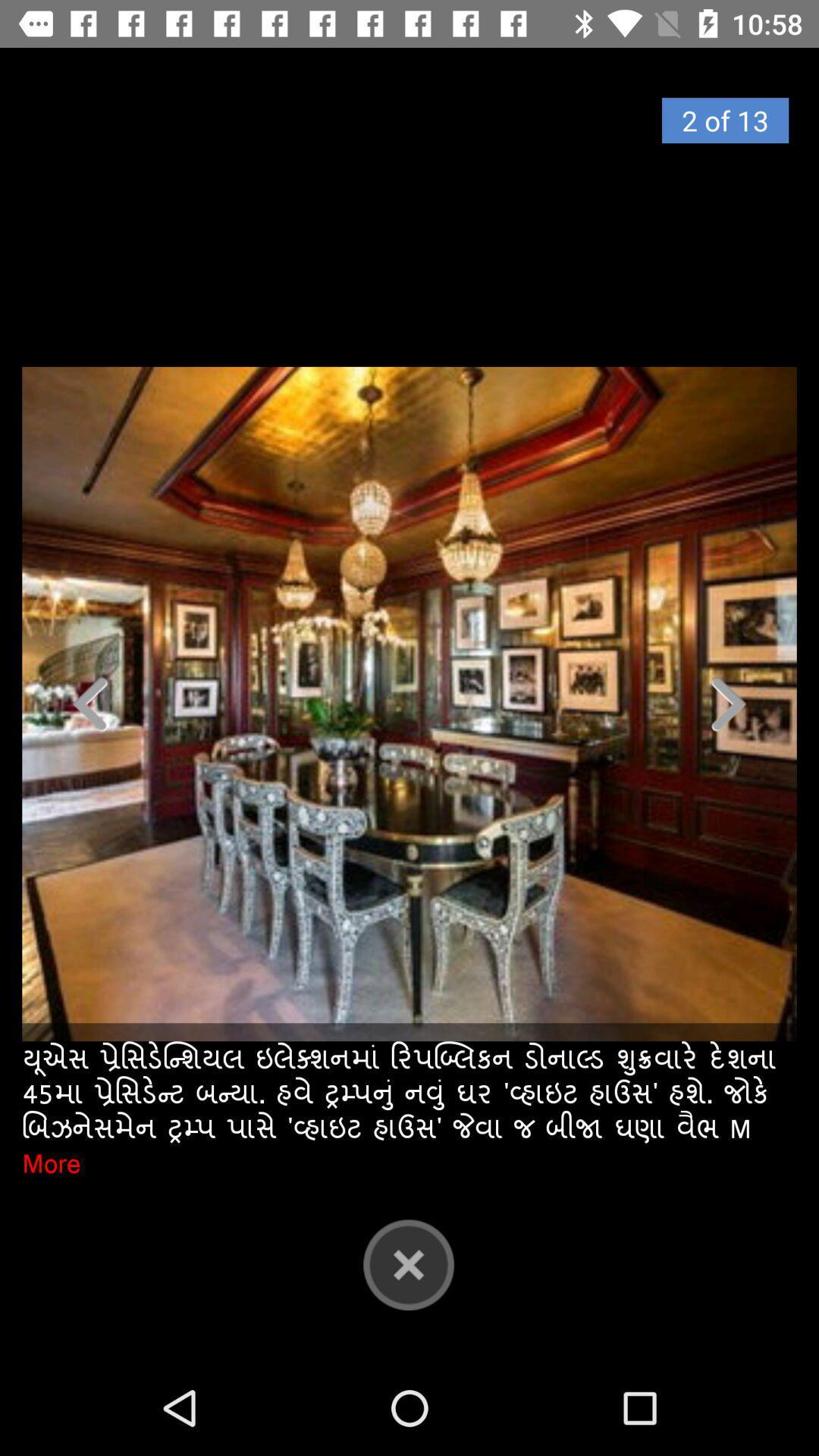 This screenshot has height=1456, width=819. Describe the element at coordinates (408, 1264) in the screenshot. I see `go back` at that location.